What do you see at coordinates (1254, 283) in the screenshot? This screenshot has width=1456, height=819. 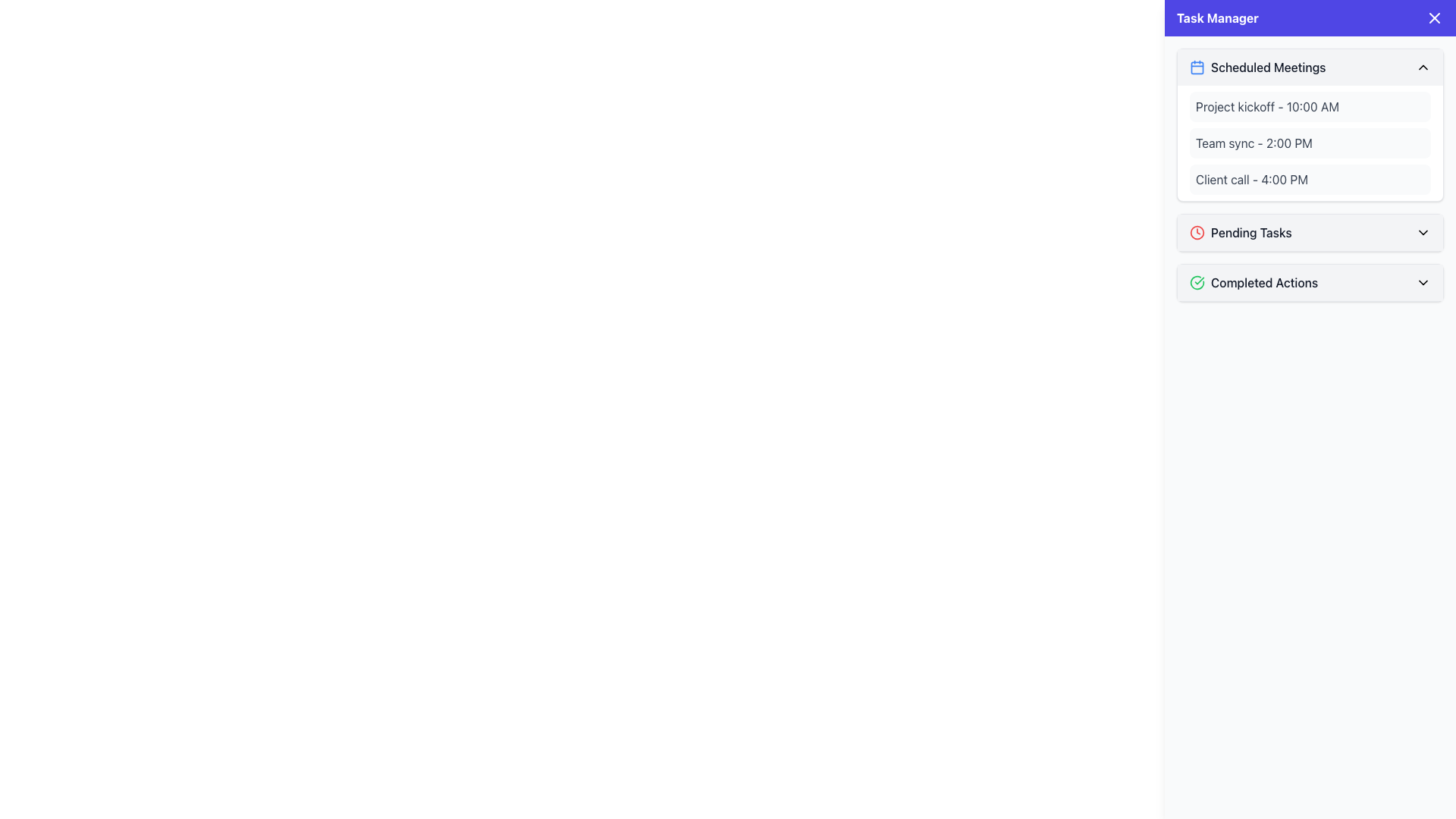 I see `the 'Completed Actions' label, which is a Composite element containing a green checkmark icon and the text label` at bounding box center [1254, 283].